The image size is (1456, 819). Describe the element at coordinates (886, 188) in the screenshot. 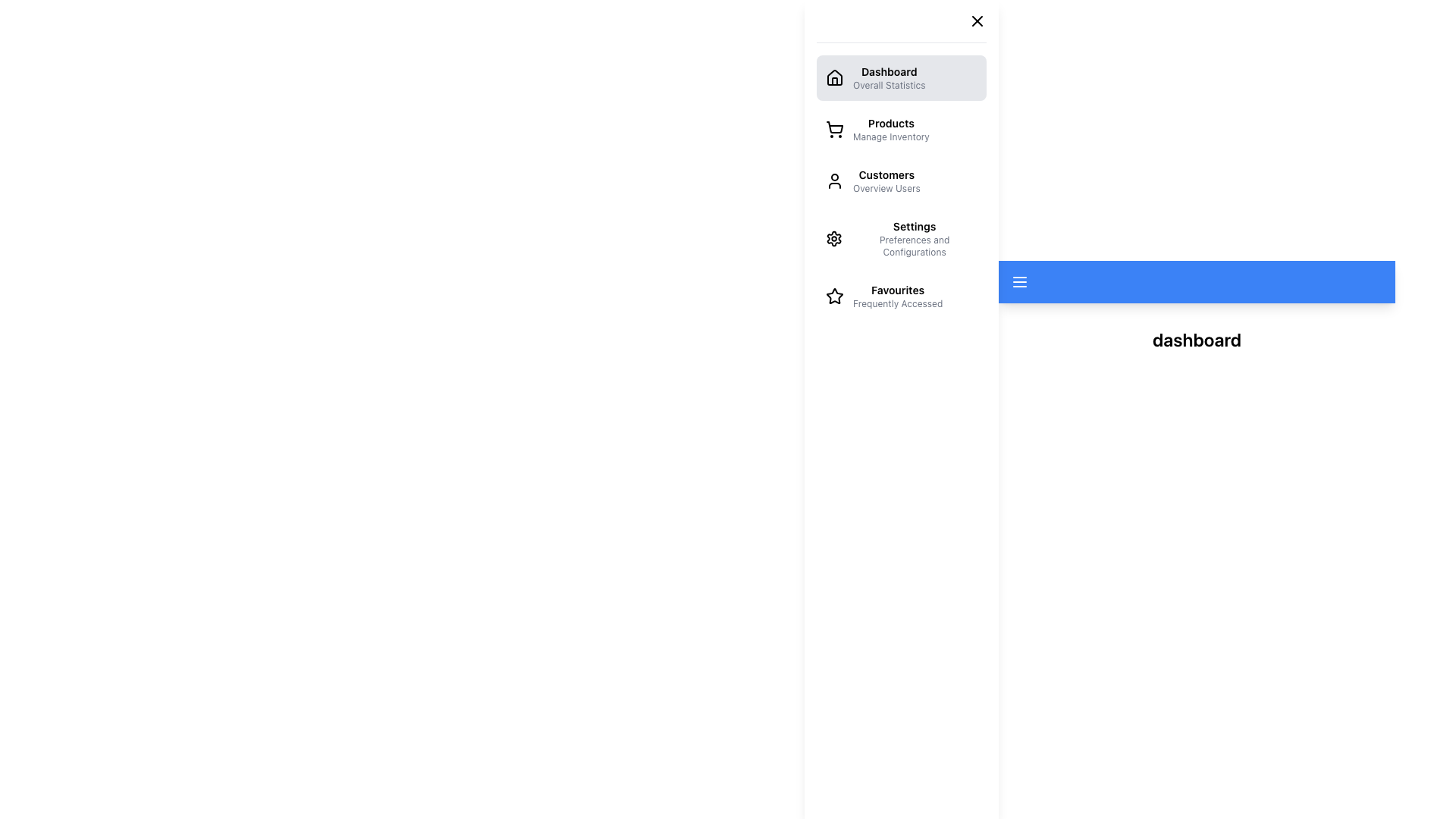

I see `the informational static text label beneath the 'Customers' menu item in the sidebar menu` at that location.